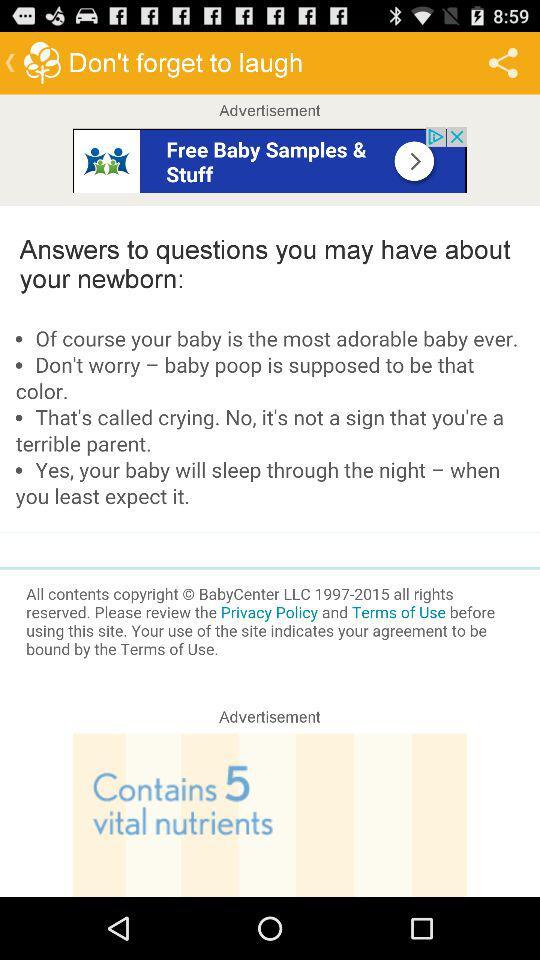  What do you see at coordinates (270, 815) in the screenshot?
I see `advertisement` at bounding box center [270, 815].